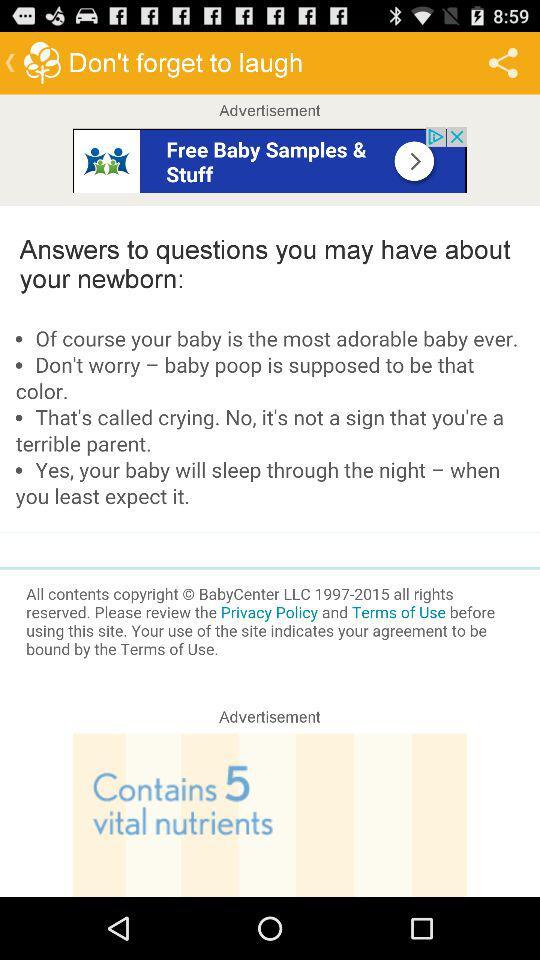  What do you see at coordinates (270, 815) in the screenshot?
I see `advertisement` at bounding box center [270, 815].